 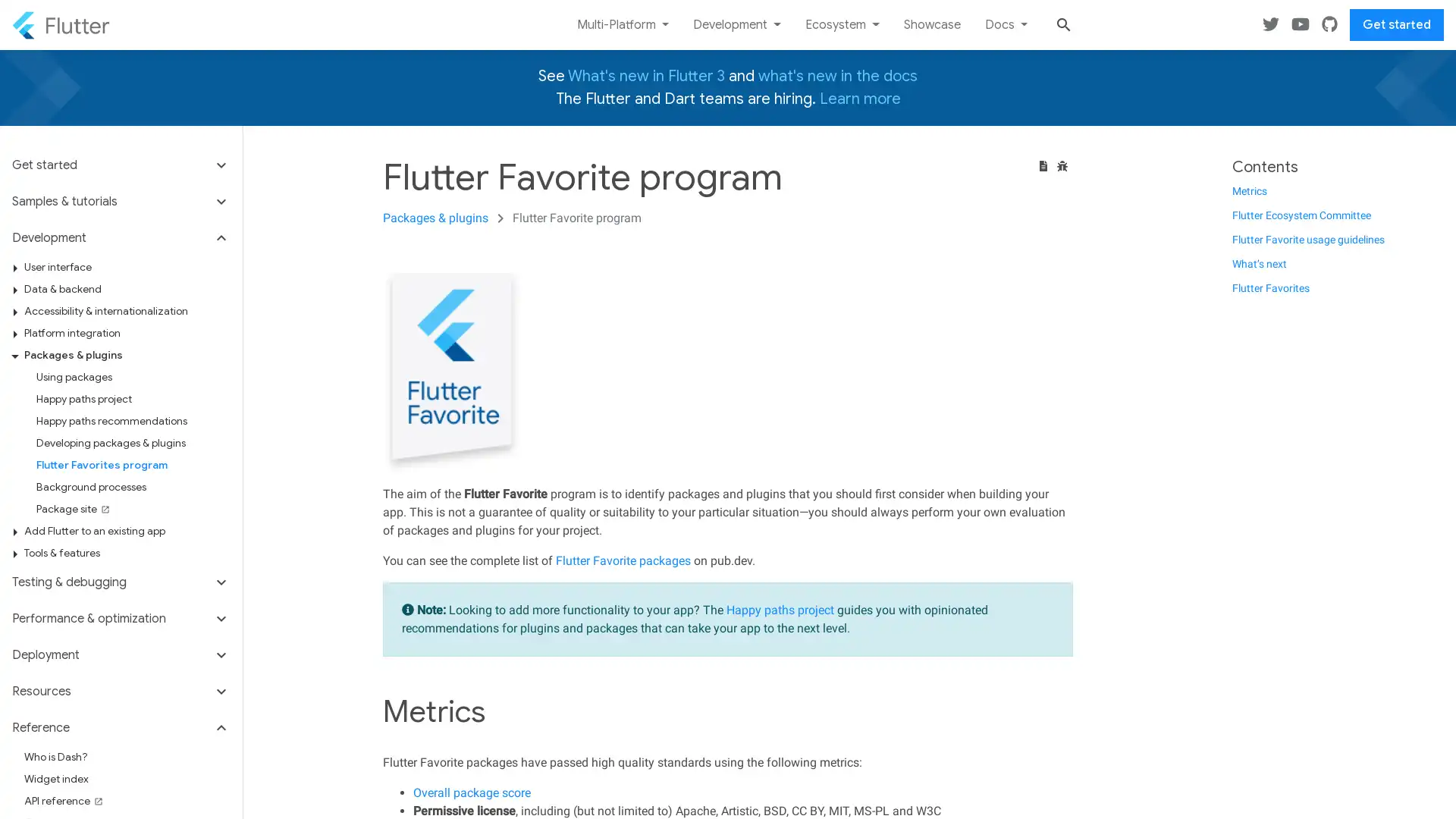 What do you see at coordinates (120, 581) in the screenshot?
I see `Testing & debugging keyboard_arrow_down` at bounding box center [120, 581].